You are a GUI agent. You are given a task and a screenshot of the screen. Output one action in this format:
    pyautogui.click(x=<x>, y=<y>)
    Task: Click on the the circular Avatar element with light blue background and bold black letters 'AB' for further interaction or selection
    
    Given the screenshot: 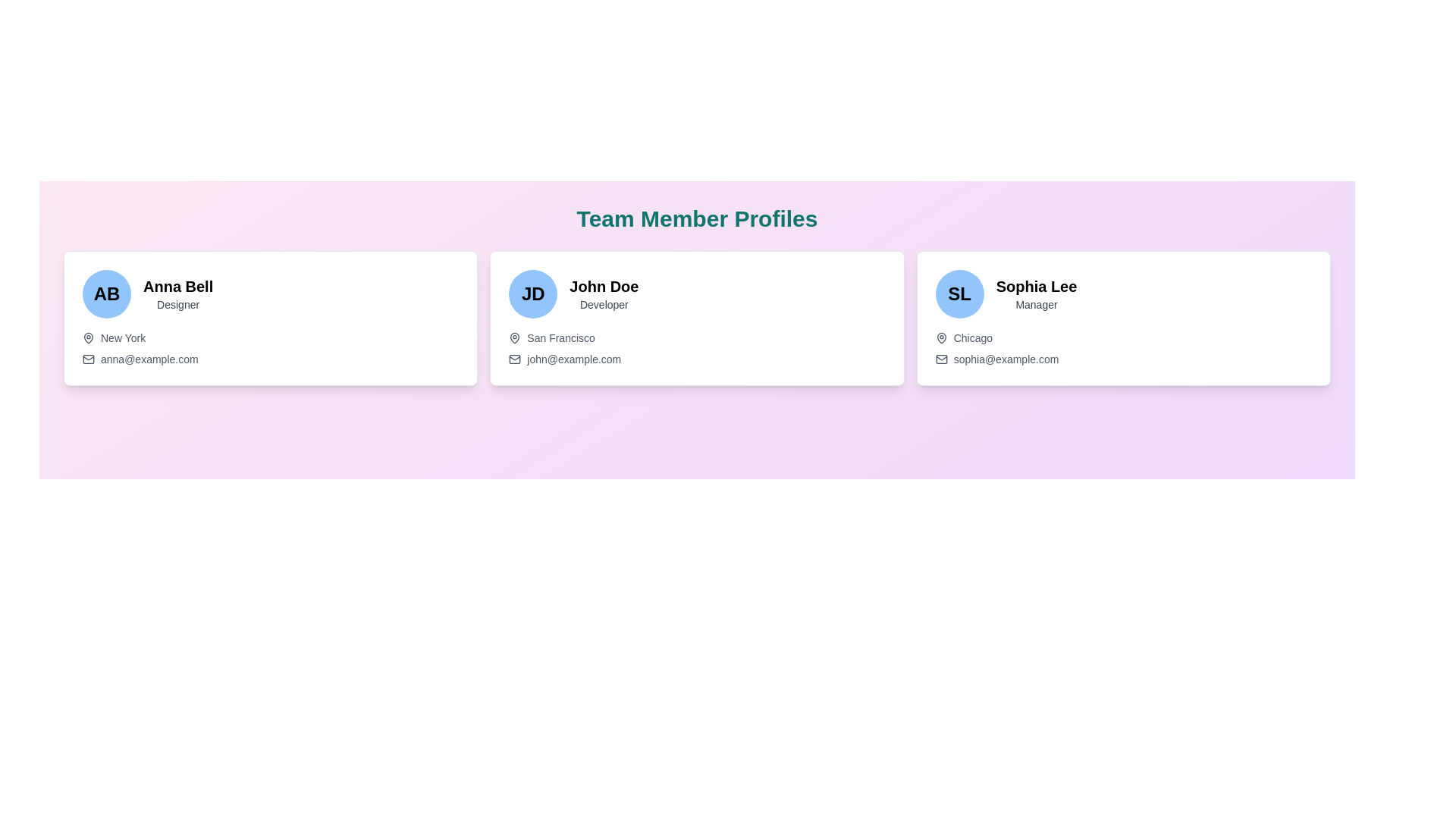 What is the action you would take?
    pyautogui.click(x=105, y=294)
    